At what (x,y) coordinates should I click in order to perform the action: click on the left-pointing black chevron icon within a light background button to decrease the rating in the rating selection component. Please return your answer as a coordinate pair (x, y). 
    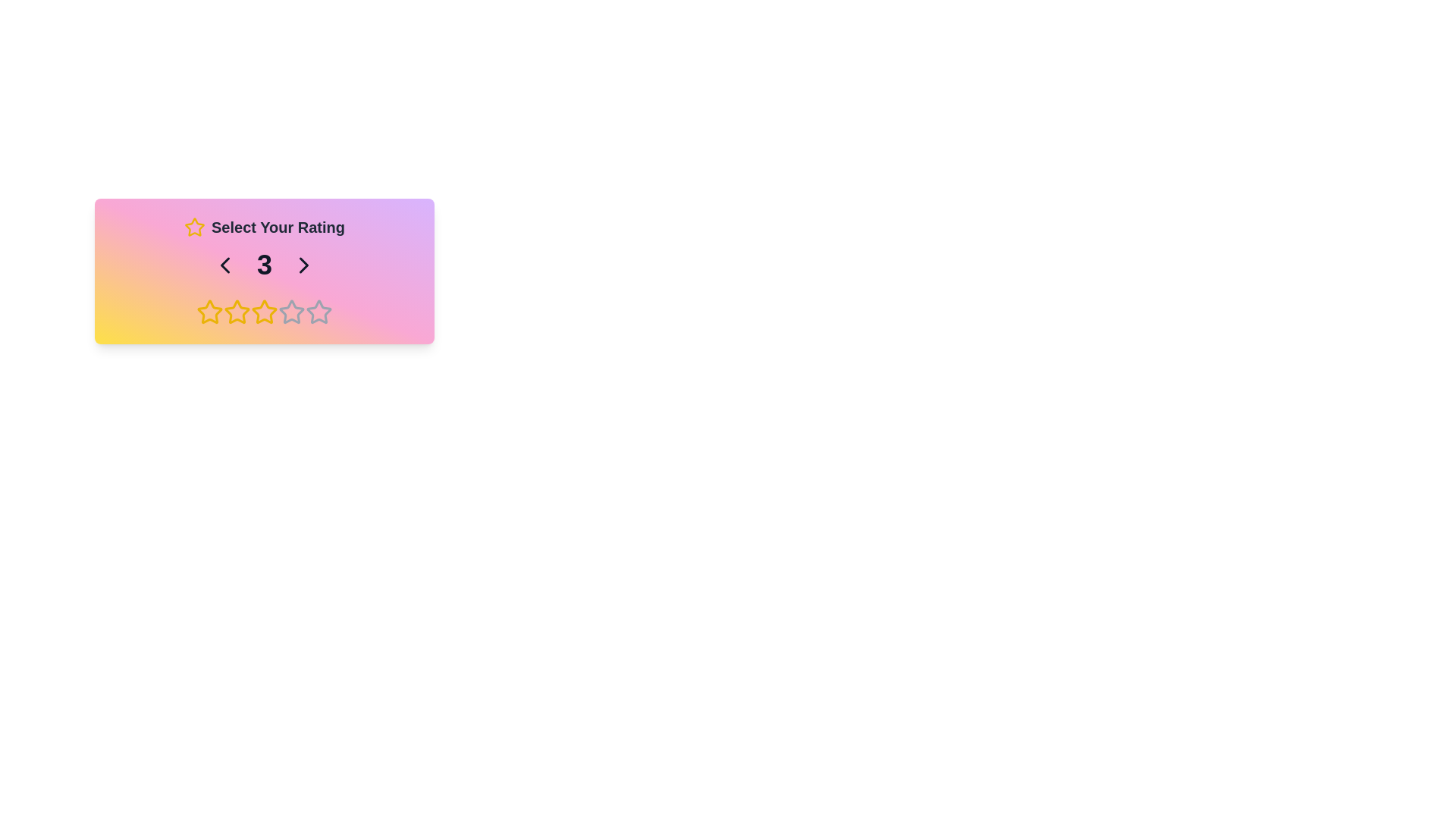
    Looking at the image, I should click on (224, 265).